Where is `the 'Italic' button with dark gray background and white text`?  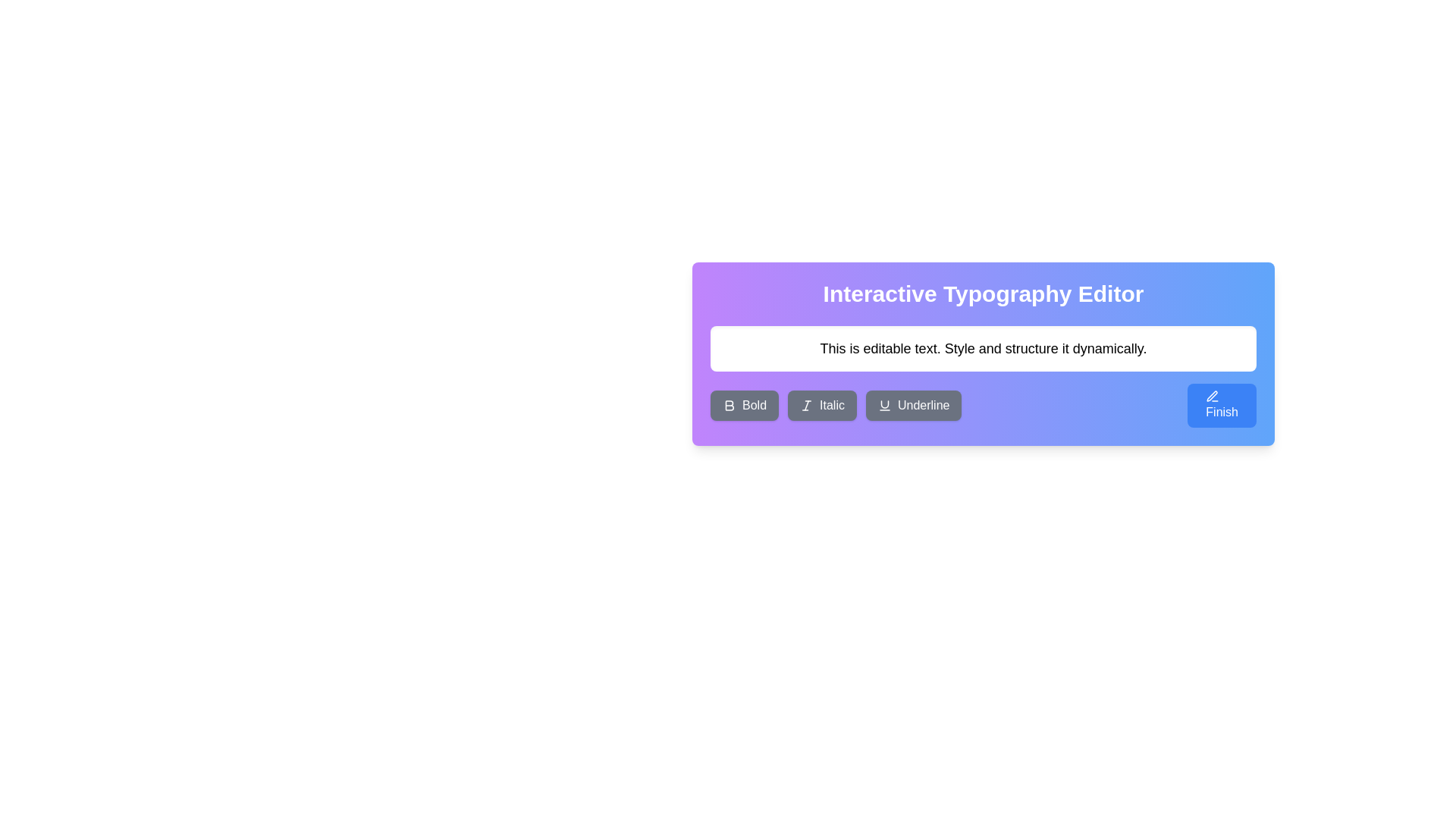
the 'Italic' button with dark gray background and white text is located at coordinates (821, 405).